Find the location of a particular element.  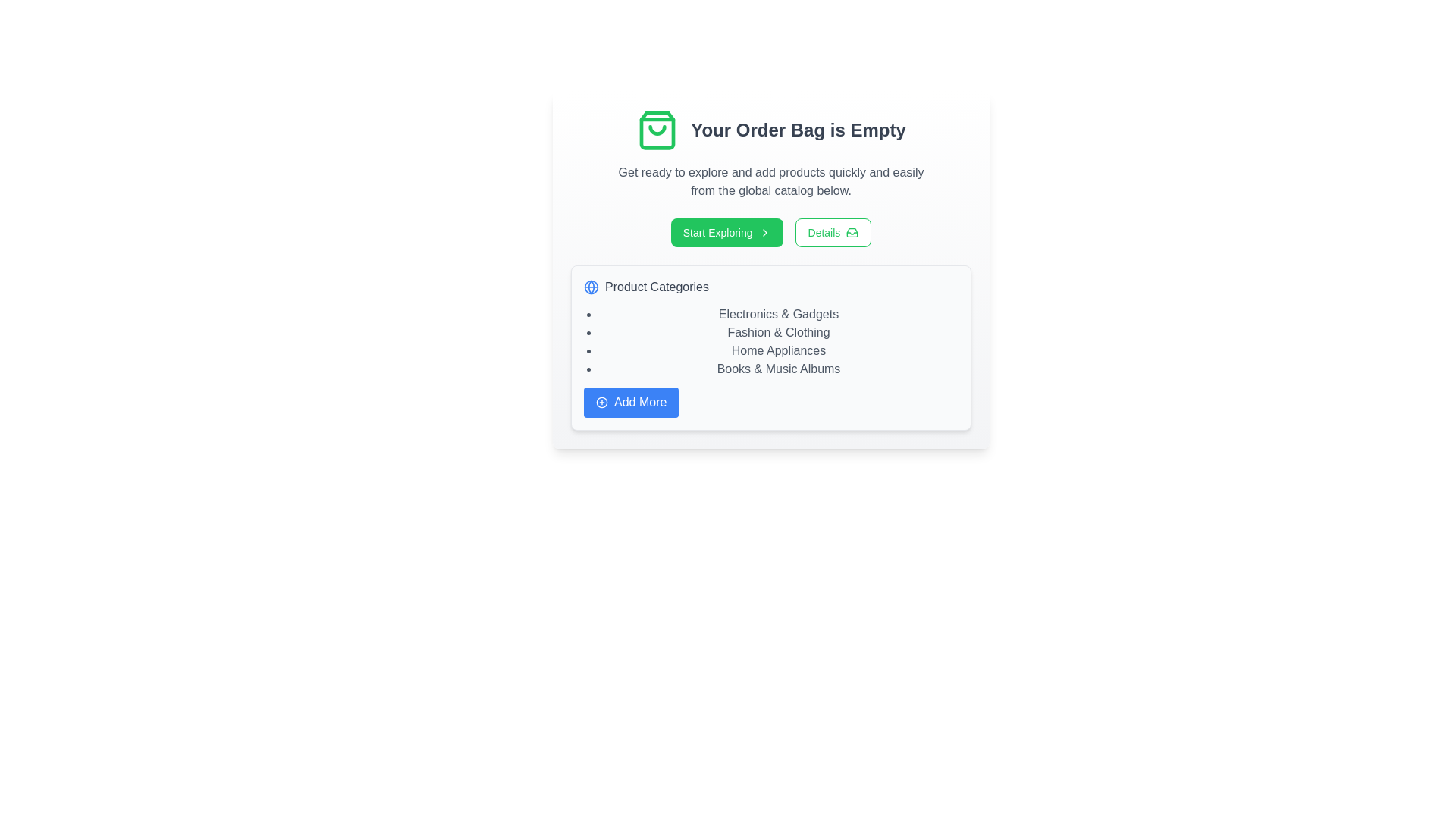

the rectangular button labeled 'Details' with a white background and green border, located below the 'Your Order Bag is Empty' section is located at coordinates (832, 233).